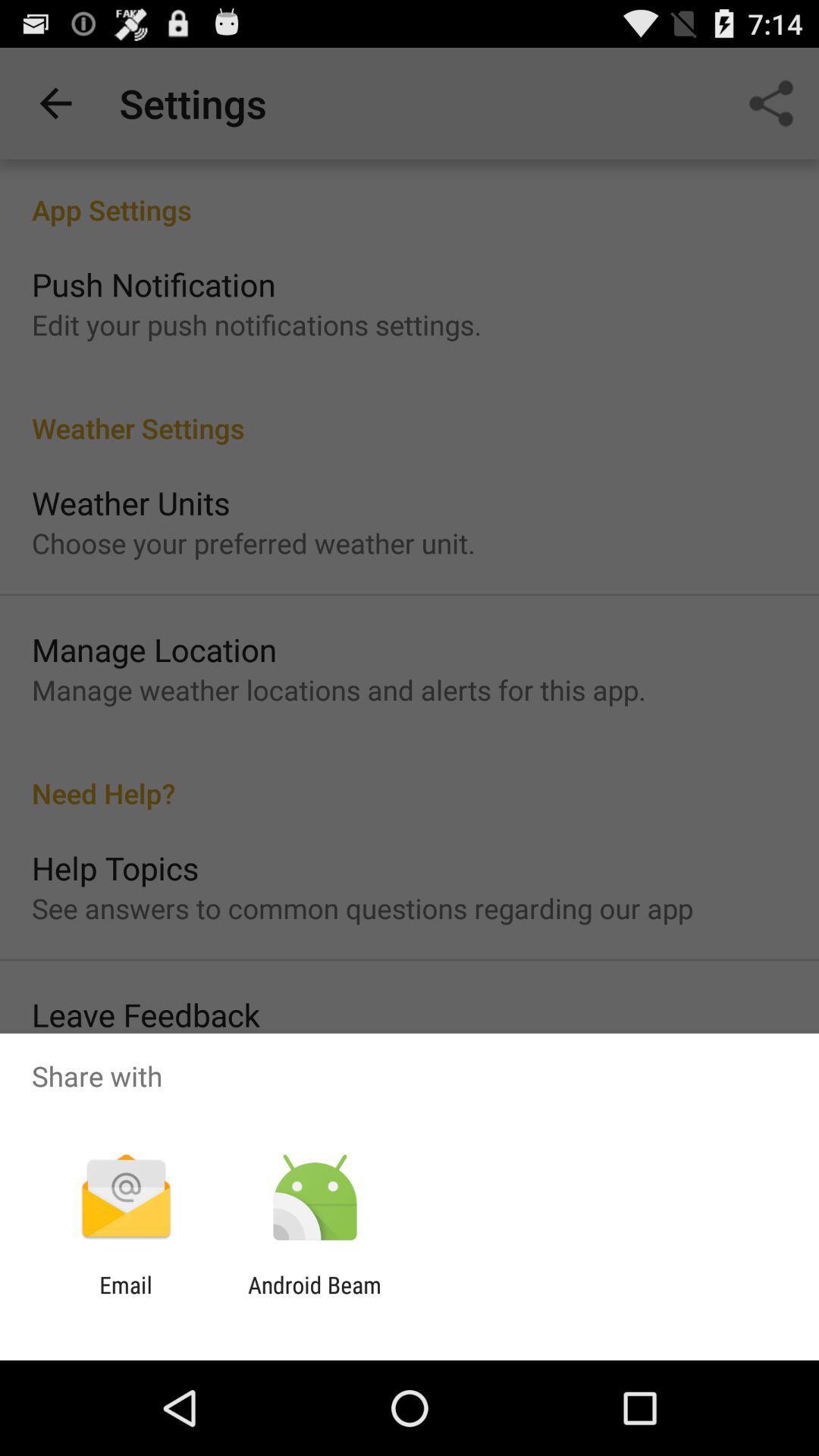 The width and height of the screenshot is (819, 1456). What do you see at coordinates (125, 1298) in the screenshot?
I see `the email item` at bounding box center [125, 1298].